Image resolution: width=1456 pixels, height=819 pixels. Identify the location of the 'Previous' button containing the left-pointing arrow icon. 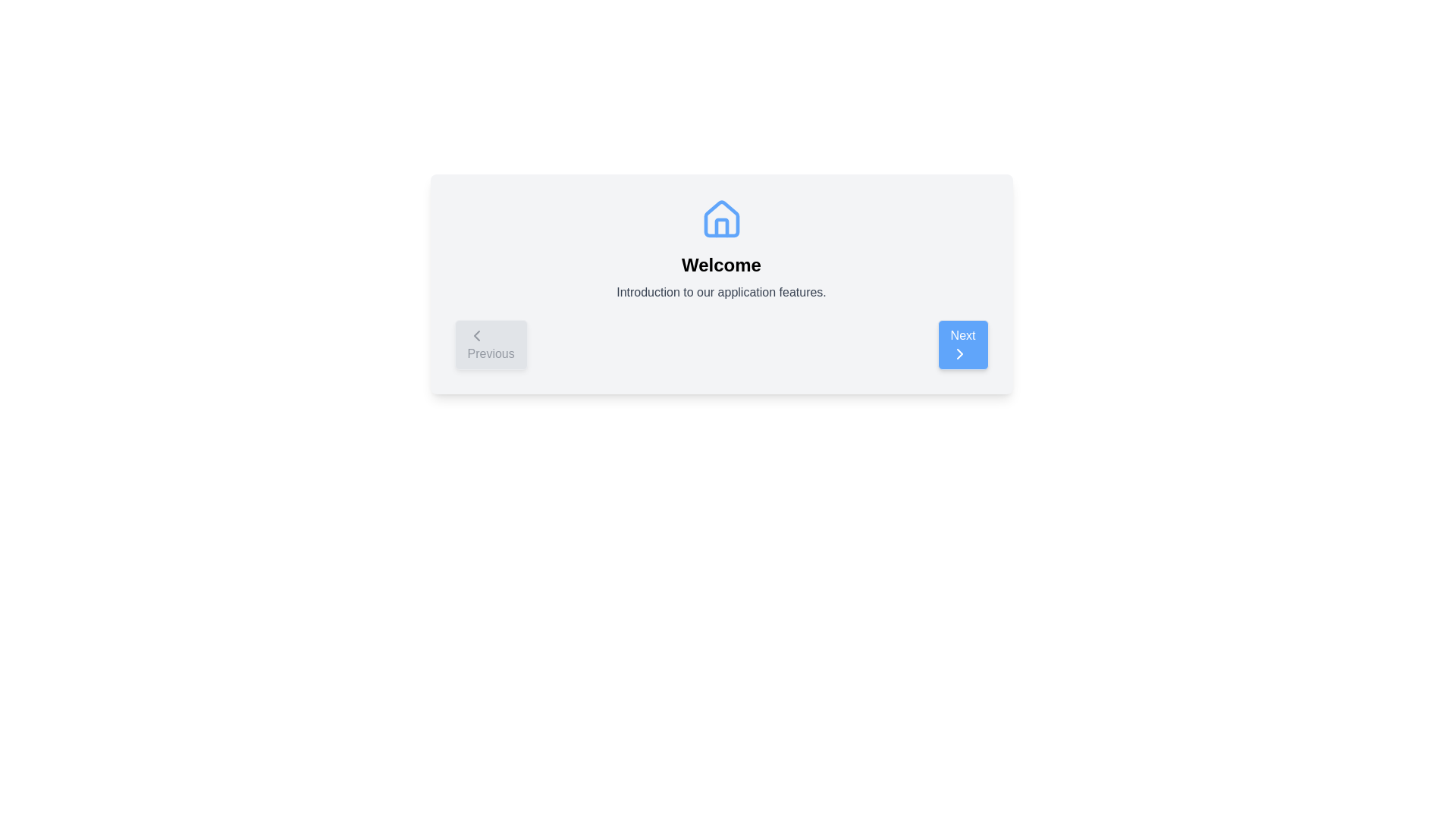
(475, 335).